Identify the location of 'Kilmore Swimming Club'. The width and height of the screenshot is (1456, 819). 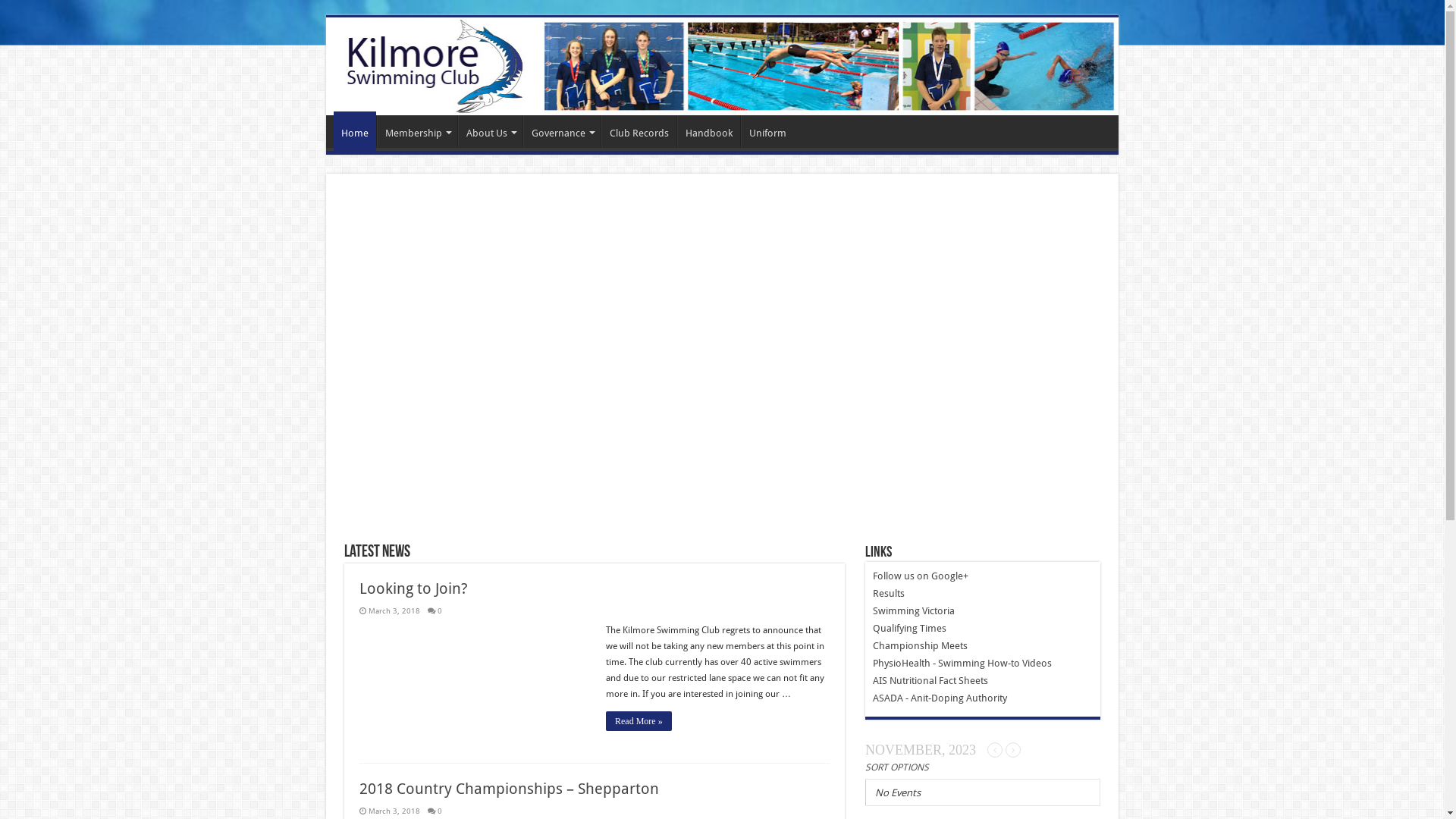
(325, 65).